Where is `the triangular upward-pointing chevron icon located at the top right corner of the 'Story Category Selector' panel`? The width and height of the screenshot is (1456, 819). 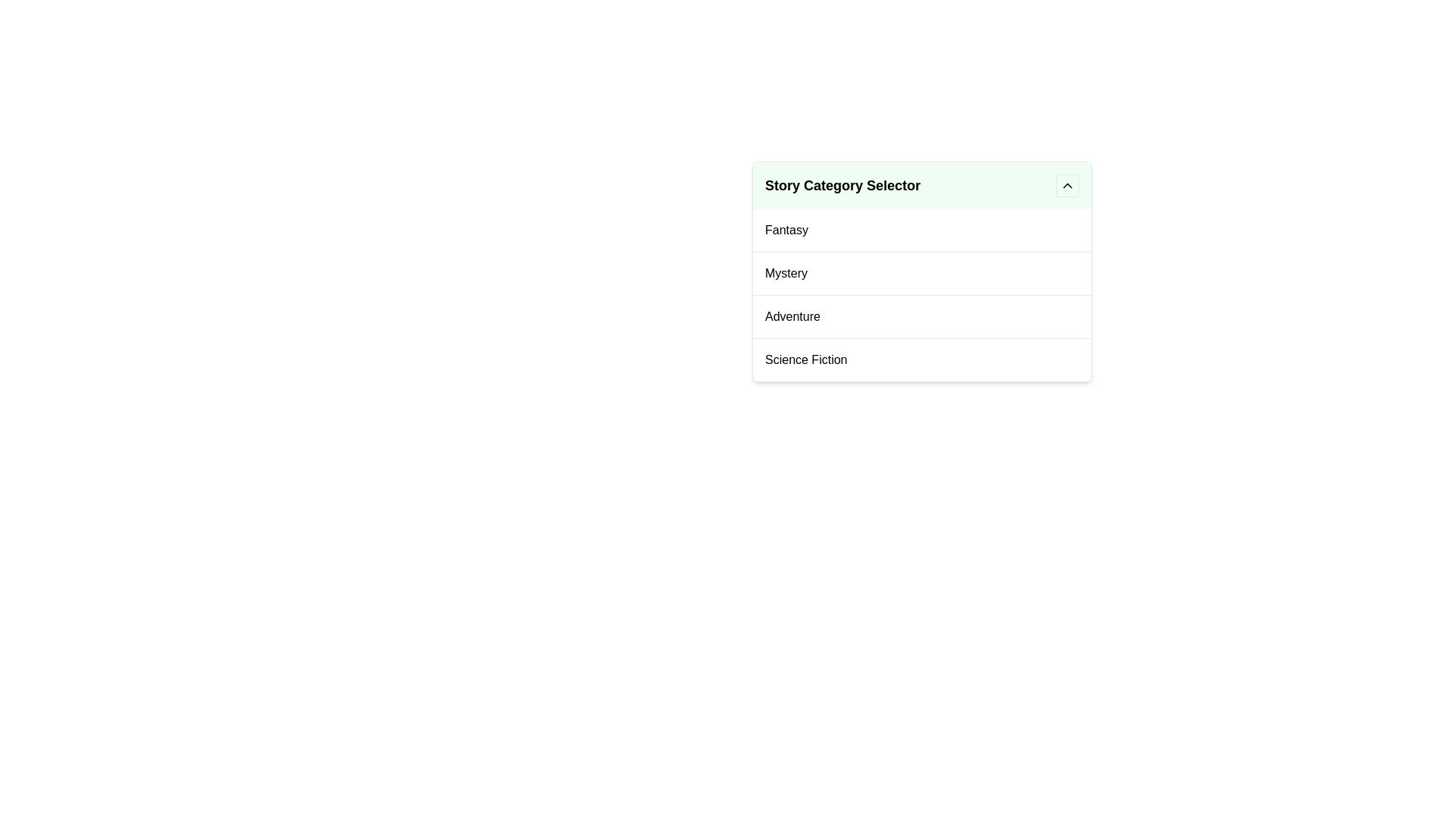 the triangular upward-pointing chevron icon located at the top right corner of the 'Story Category Selector' panel is located at coordinates (1066, 185).